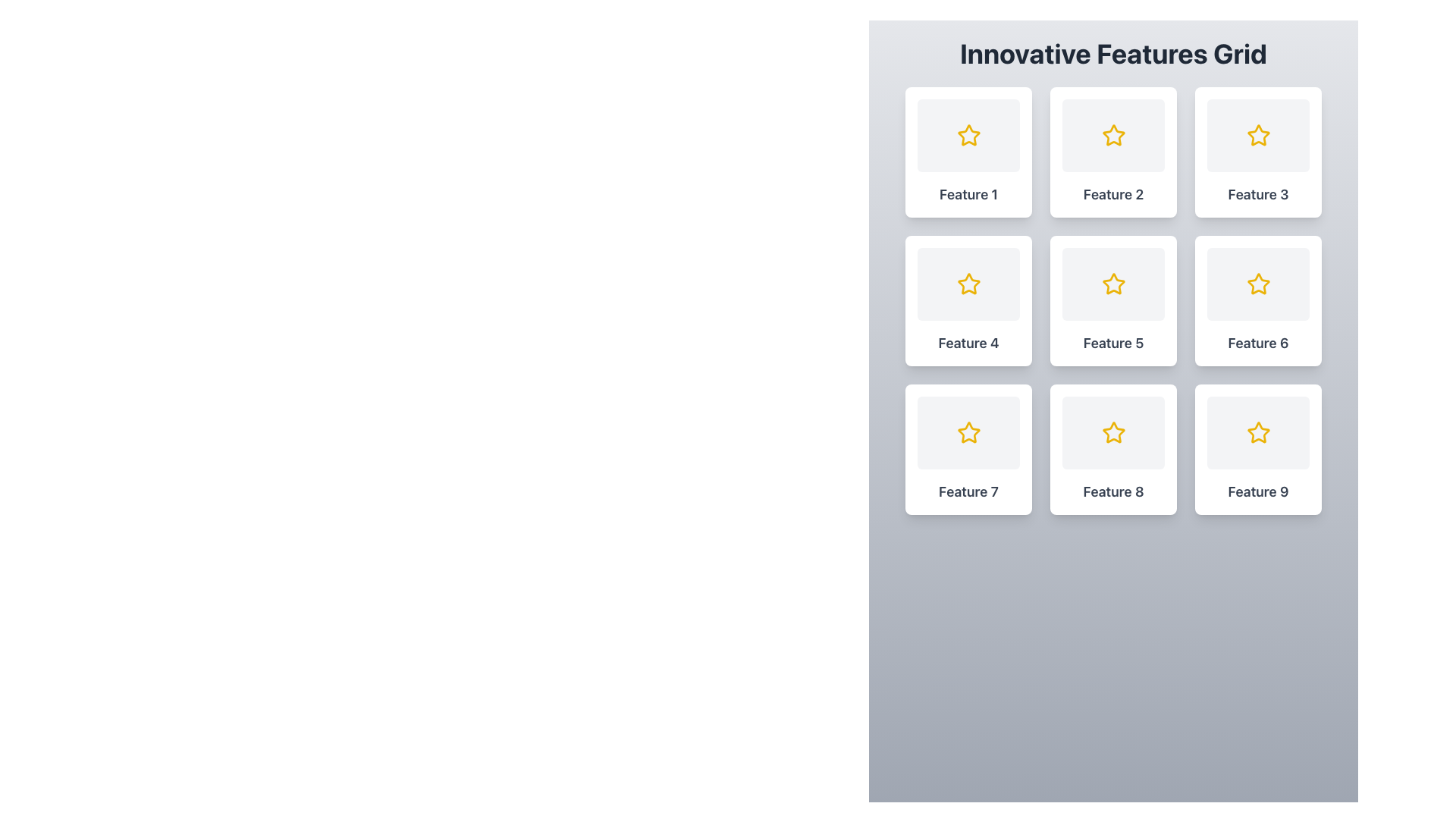 This screenshot has width=1456, height=819. What do you see at coordinates (968, 301) in the screenshot?
I see `the fourth card component in the grid layout which has a white rounded rectangle backdrop, a yellow star icon at the center-top, and a bold 'Feature 4' title in gray centered underneath` at bounding box center [968, 301].